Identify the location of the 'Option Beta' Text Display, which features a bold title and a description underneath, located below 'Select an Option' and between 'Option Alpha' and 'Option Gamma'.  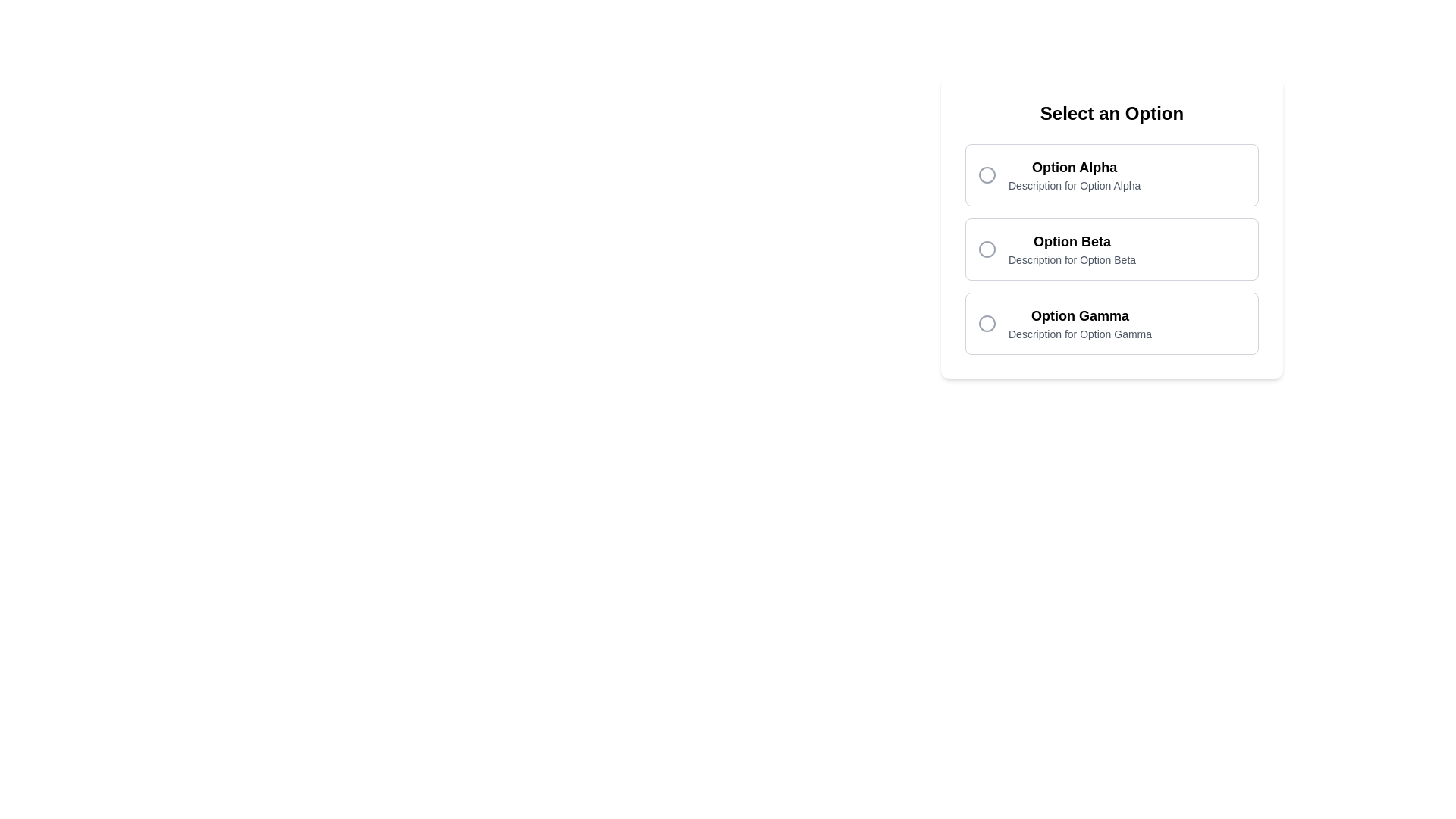
(1072, 248).